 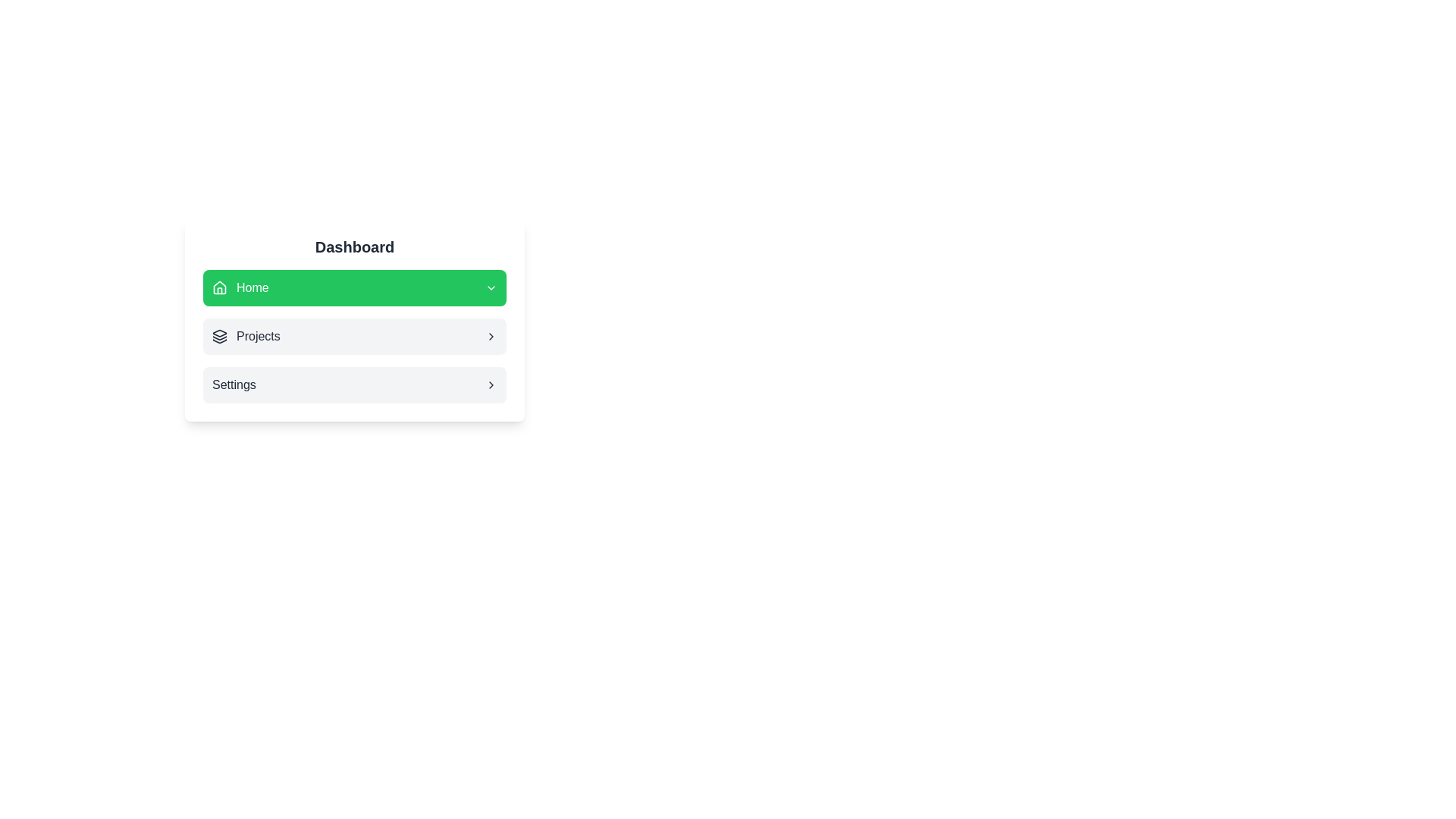 What do you see at coordinates (353, 384) in the screenshot?
I see `the 'Settings' button, which is the third item in a vertically stacked list of buttons, to provide visual feedback` at bounding box center [353, 384].